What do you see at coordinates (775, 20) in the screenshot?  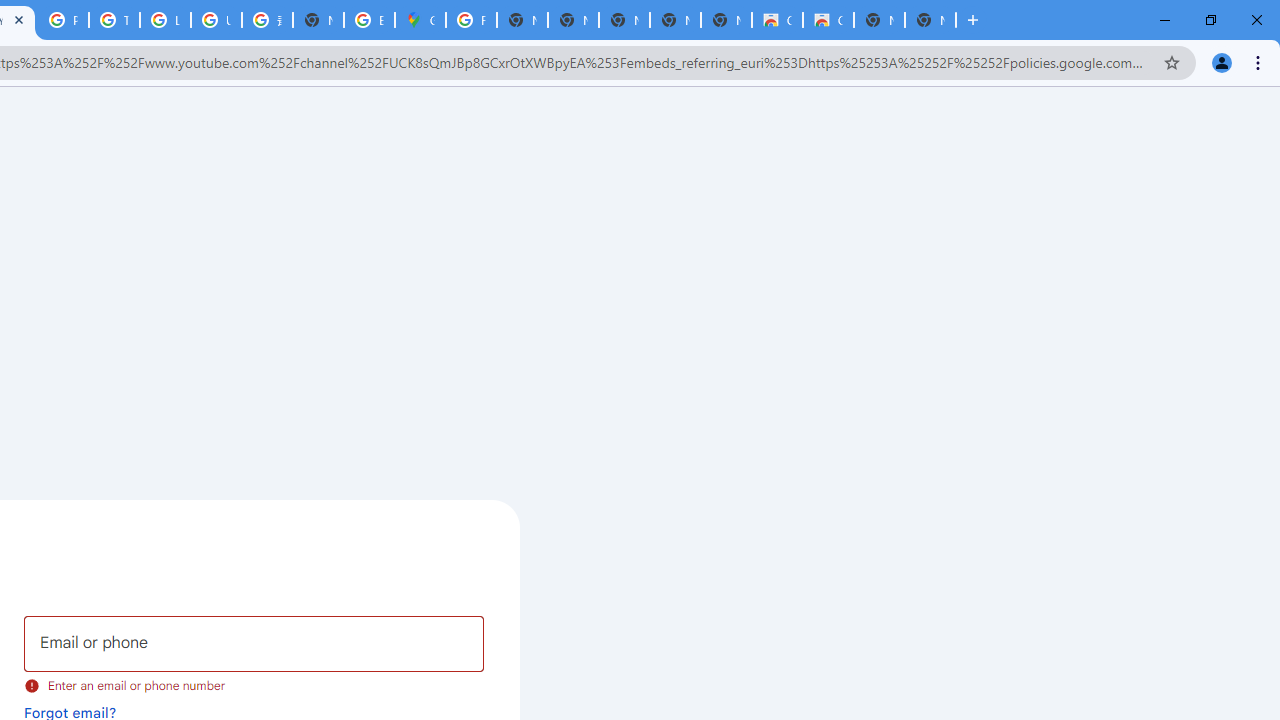 I see `'Classic Blue - Chrome Web Store'` at bounding box center [775, 20].